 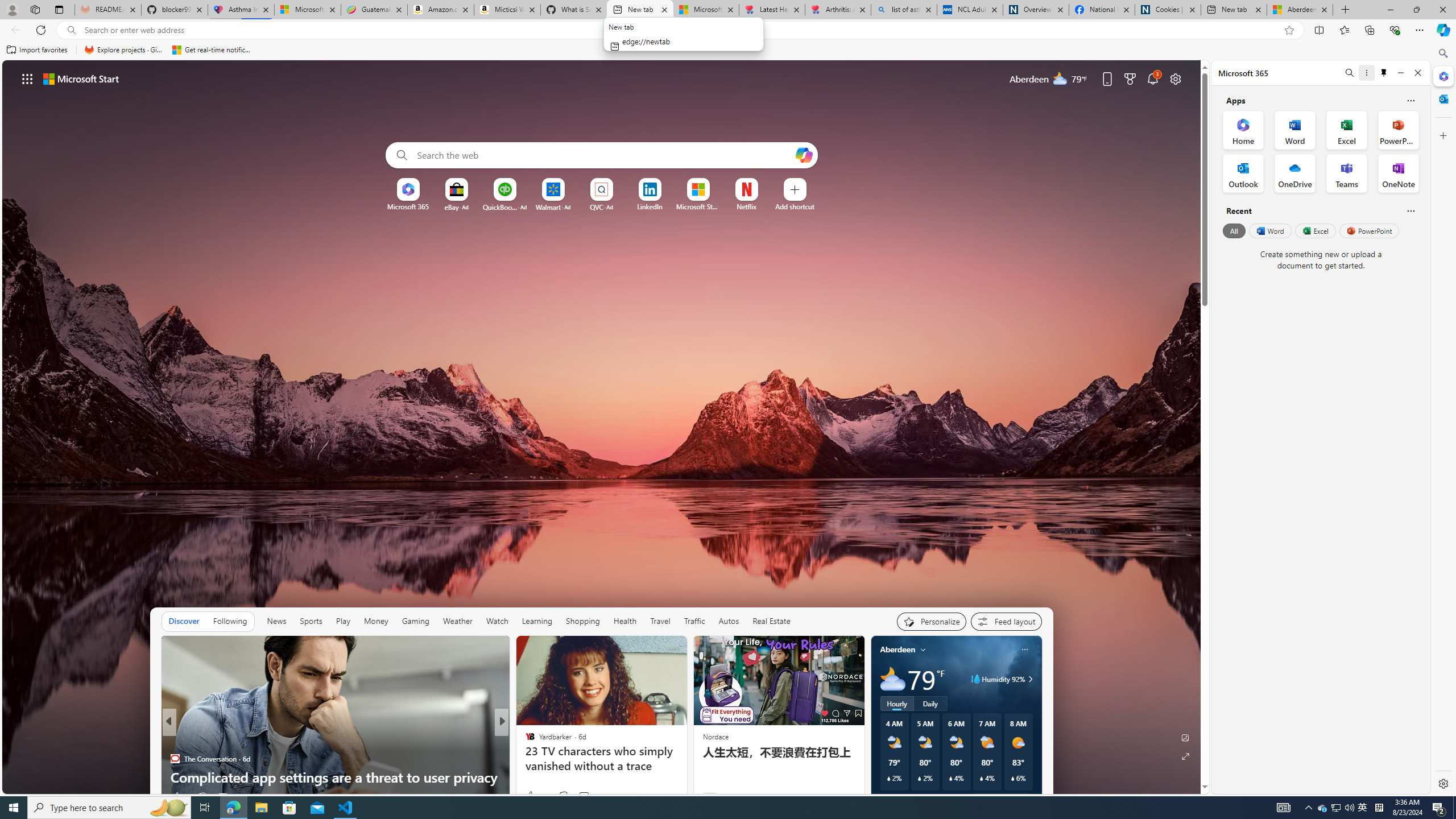 I want to click on 'Feed settings', so click(x=1006, y=621).